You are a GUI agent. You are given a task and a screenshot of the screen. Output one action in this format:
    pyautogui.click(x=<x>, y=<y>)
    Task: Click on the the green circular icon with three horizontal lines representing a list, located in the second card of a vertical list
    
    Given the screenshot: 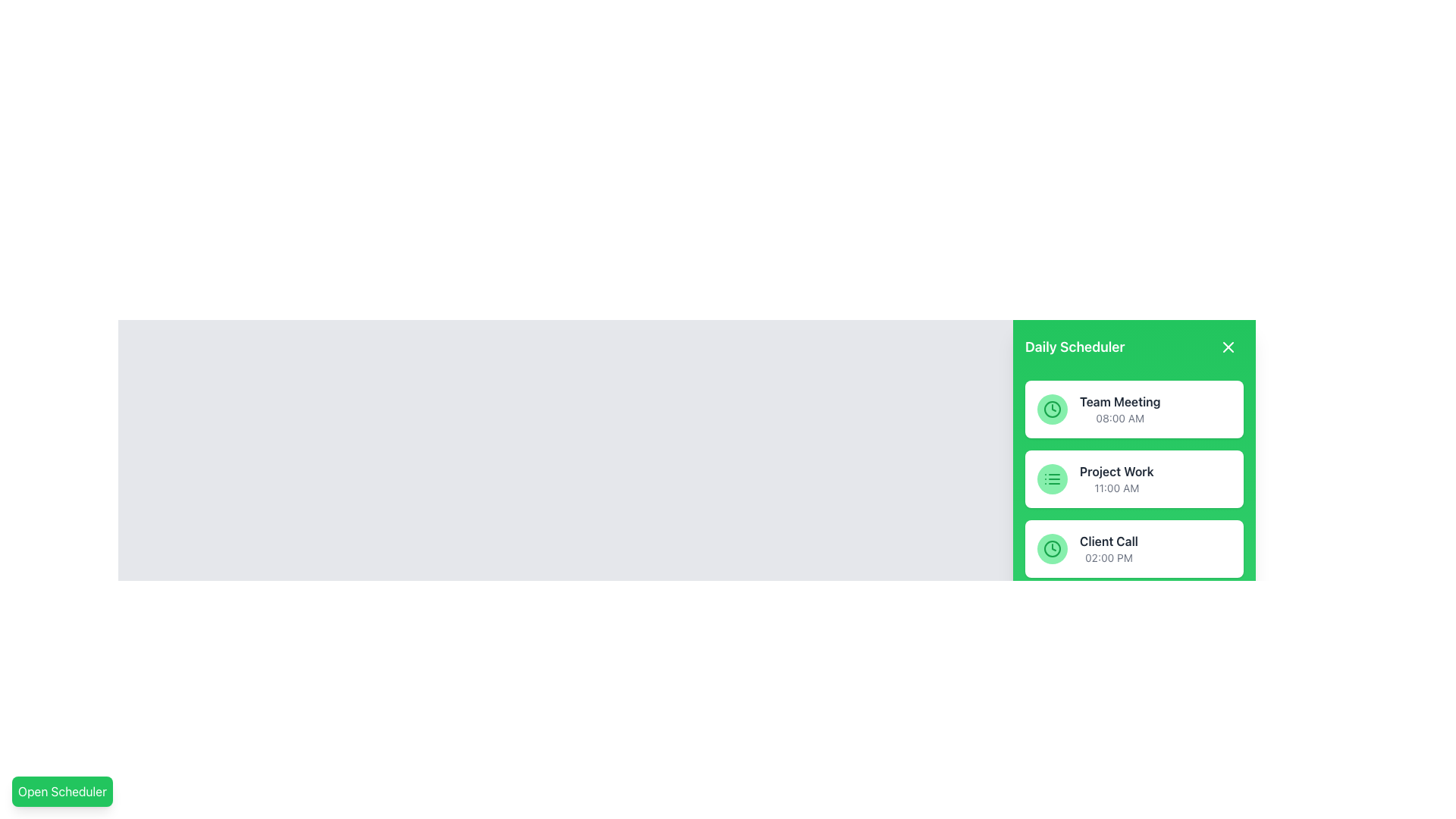 What is the action you would take?
    pyautogui.click(x=1051, y=479)
    